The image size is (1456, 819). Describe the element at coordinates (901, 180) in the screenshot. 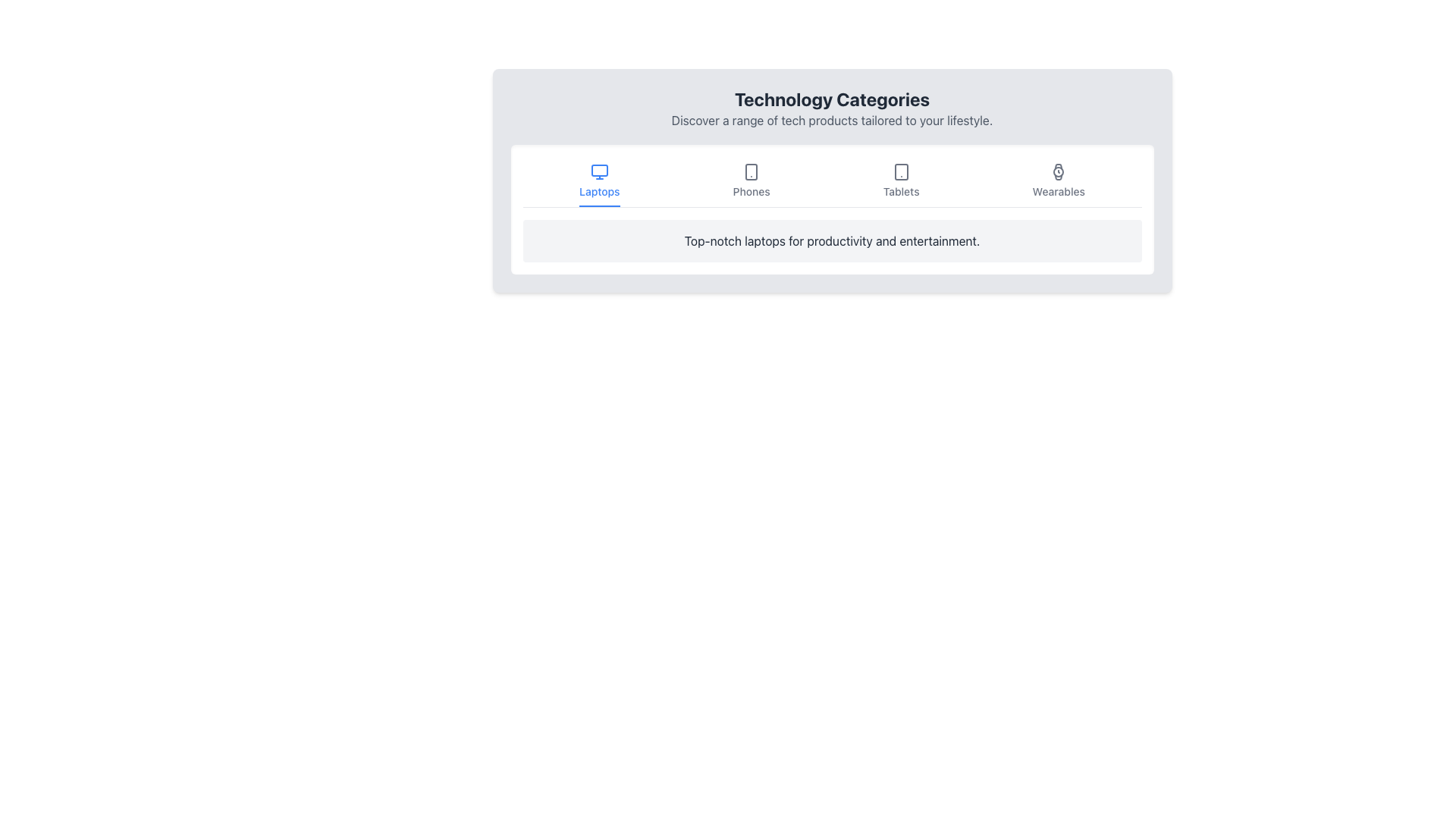

I see `the 'Tablets' button, which is the third button in a horizontal row of technology category buttons` at that location.